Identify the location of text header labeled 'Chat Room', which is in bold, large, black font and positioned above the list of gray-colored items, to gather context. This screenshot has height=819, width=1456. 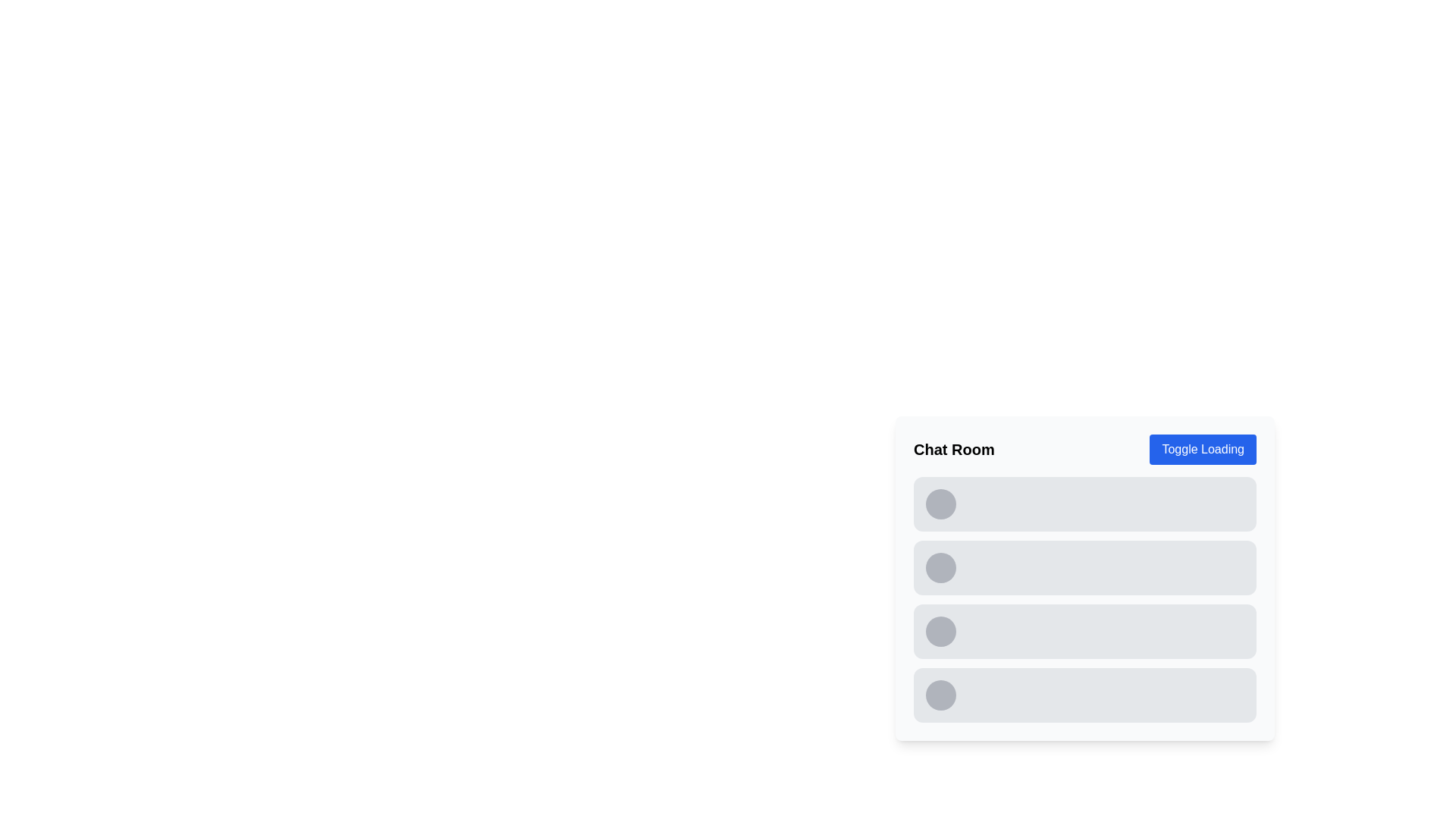
(953, 449).